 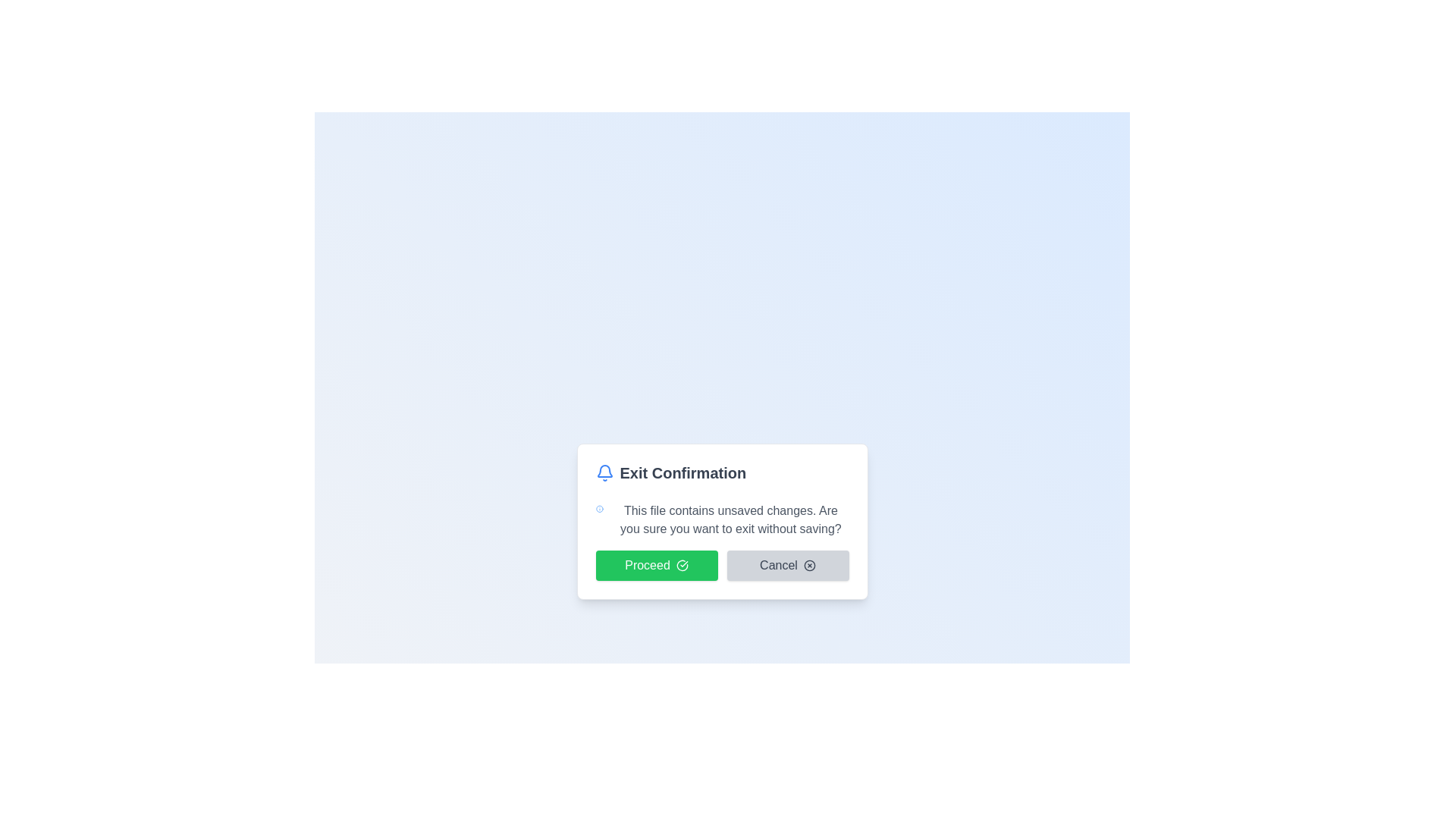 I want to click on the header section with the text 'Exit Confirmation' prominently styled in bold, located next to a blue bell icon within a modal dialog, so click(x=721, y=472).